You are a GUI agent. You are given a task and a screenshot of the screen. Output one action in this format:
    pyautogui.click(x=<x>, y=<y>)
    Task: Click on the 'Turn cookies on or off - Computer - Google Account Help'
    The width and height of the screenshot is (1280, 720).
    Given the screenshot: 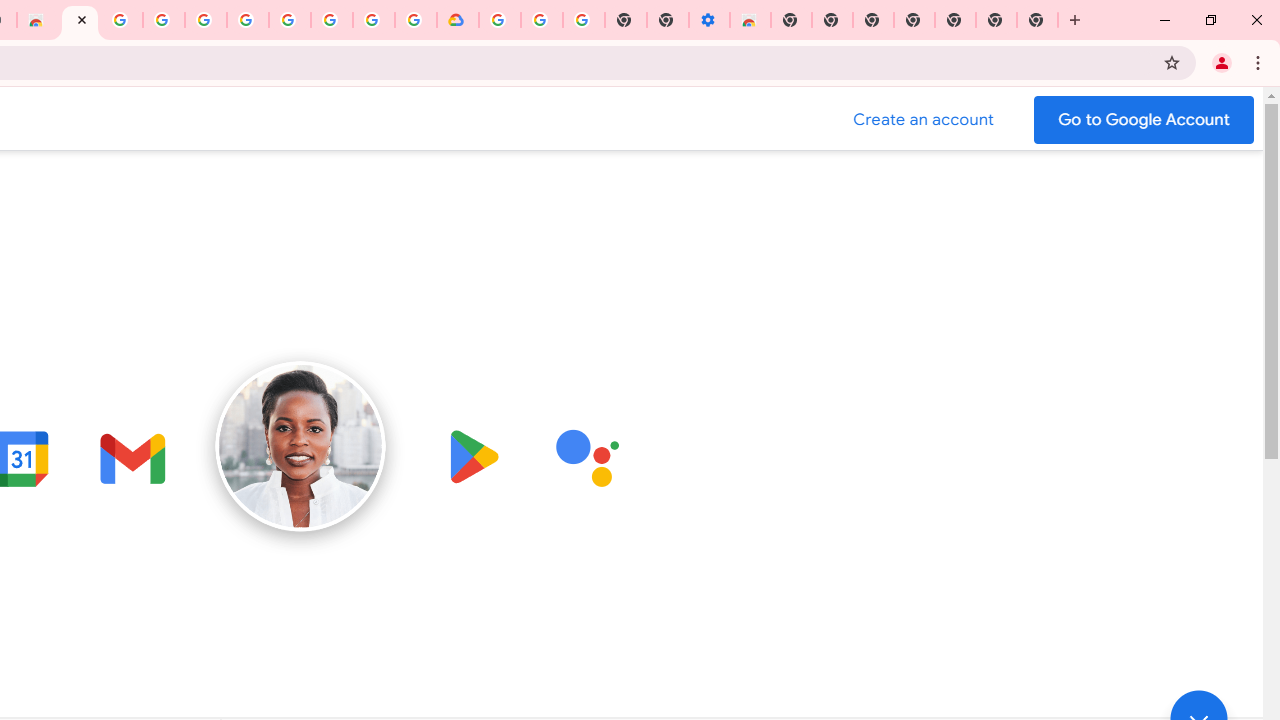 What is the action you would take?
    pyautogui.click(x=583, y=20)
    